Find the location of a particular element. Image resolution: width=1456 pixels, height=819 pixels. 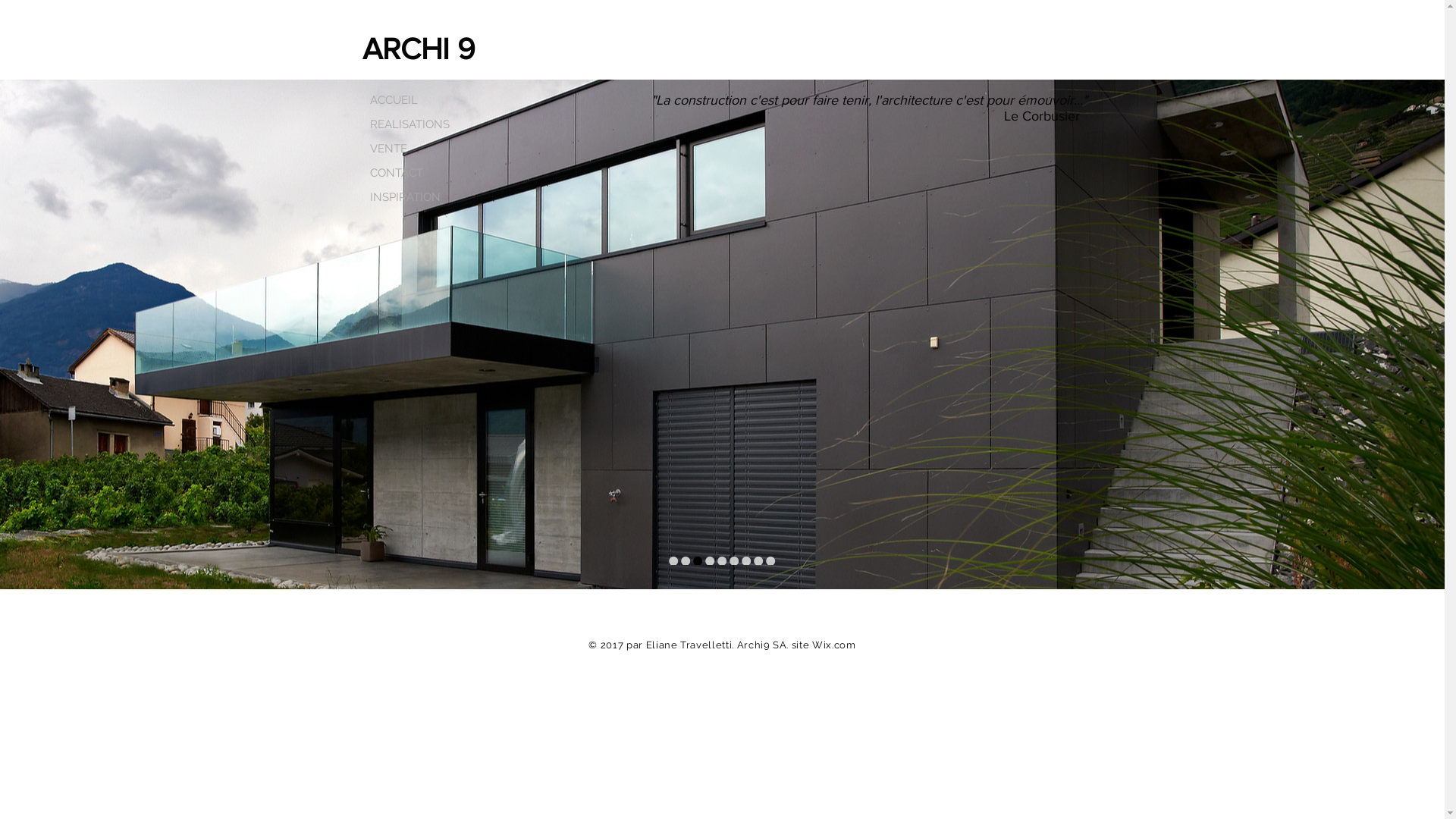

'REALISATIONS' is located at coordinates (409, 124).